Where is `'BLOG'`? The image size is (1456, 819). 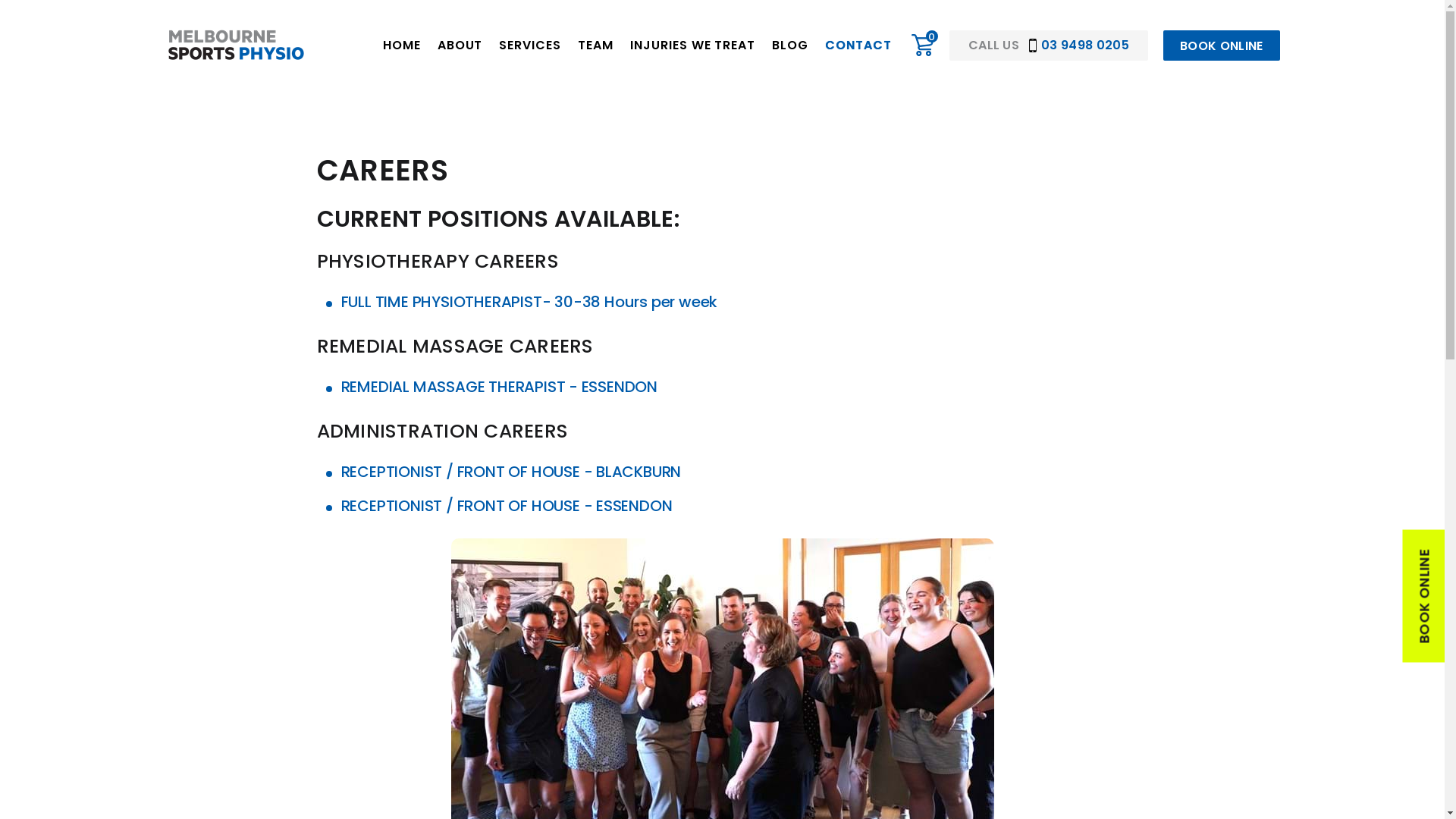 'BLOG' is located at coordinates (789, 45).